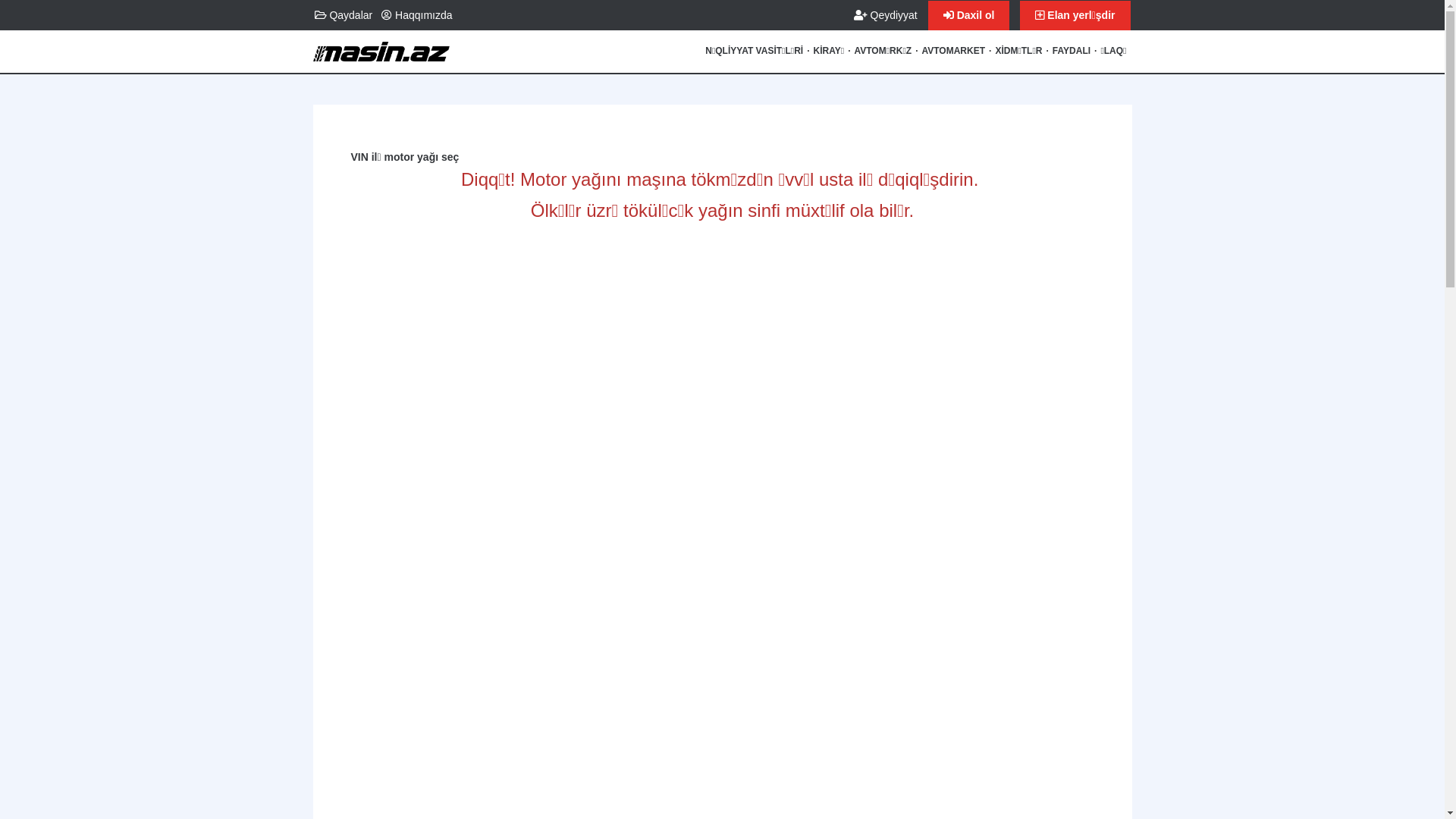 This screenshot has height=819, width=1456. Describe the element at coordinates (312, 57) in the screenshot. I see `'Loqotip'` at that location.